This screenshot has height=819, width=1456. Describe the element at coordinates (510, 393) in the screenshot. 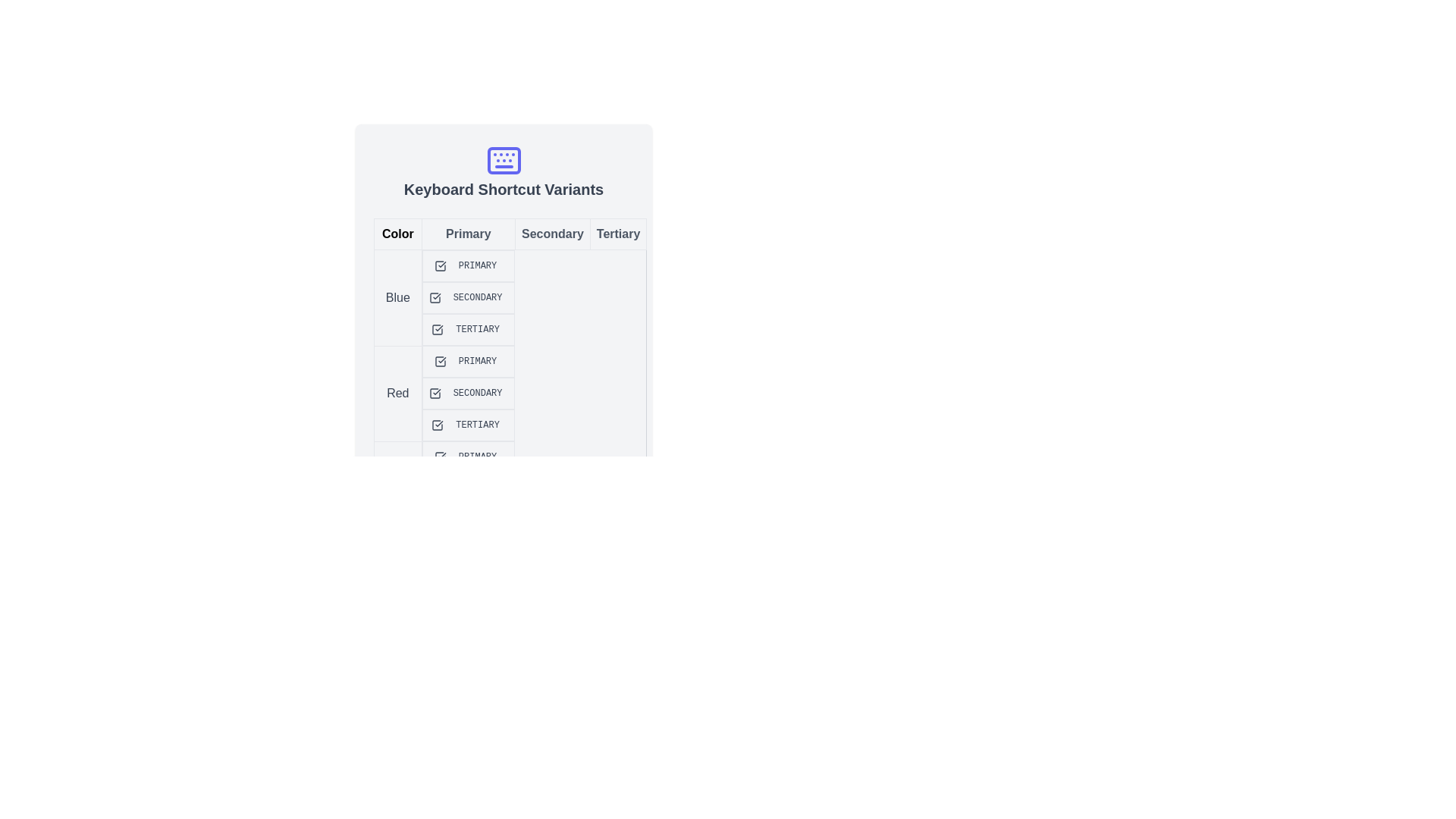

I see `the 'Secondary' text label in the 'Red' row of the 'Keyboard Shortcut Variants' table` at that location.